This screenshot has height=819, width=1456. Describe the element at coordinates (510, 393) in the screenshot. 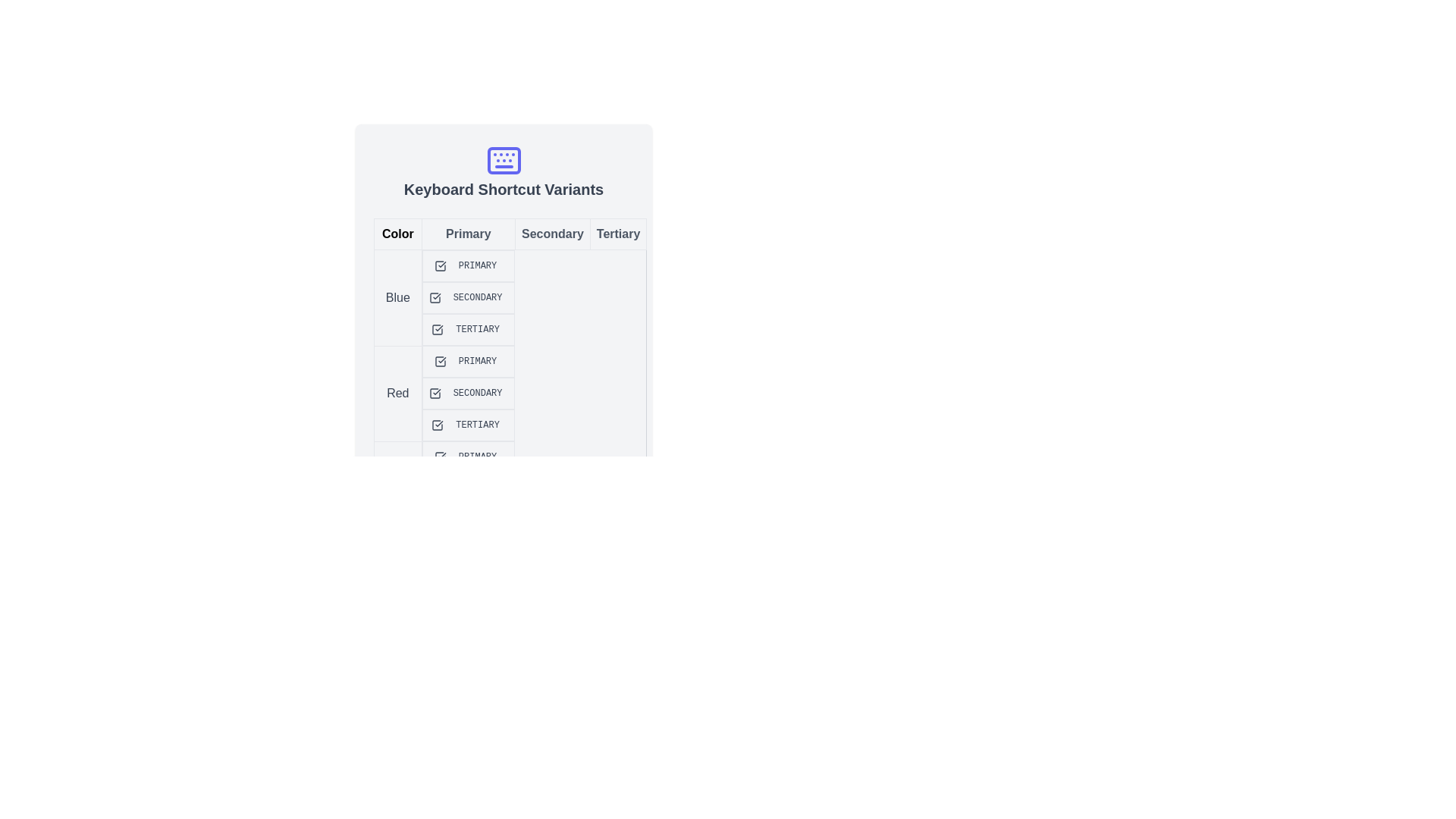

I see `the 'Secondary' text label in the 'Red' row of the 'Keyboard Shortcut Variants' table` at that location.